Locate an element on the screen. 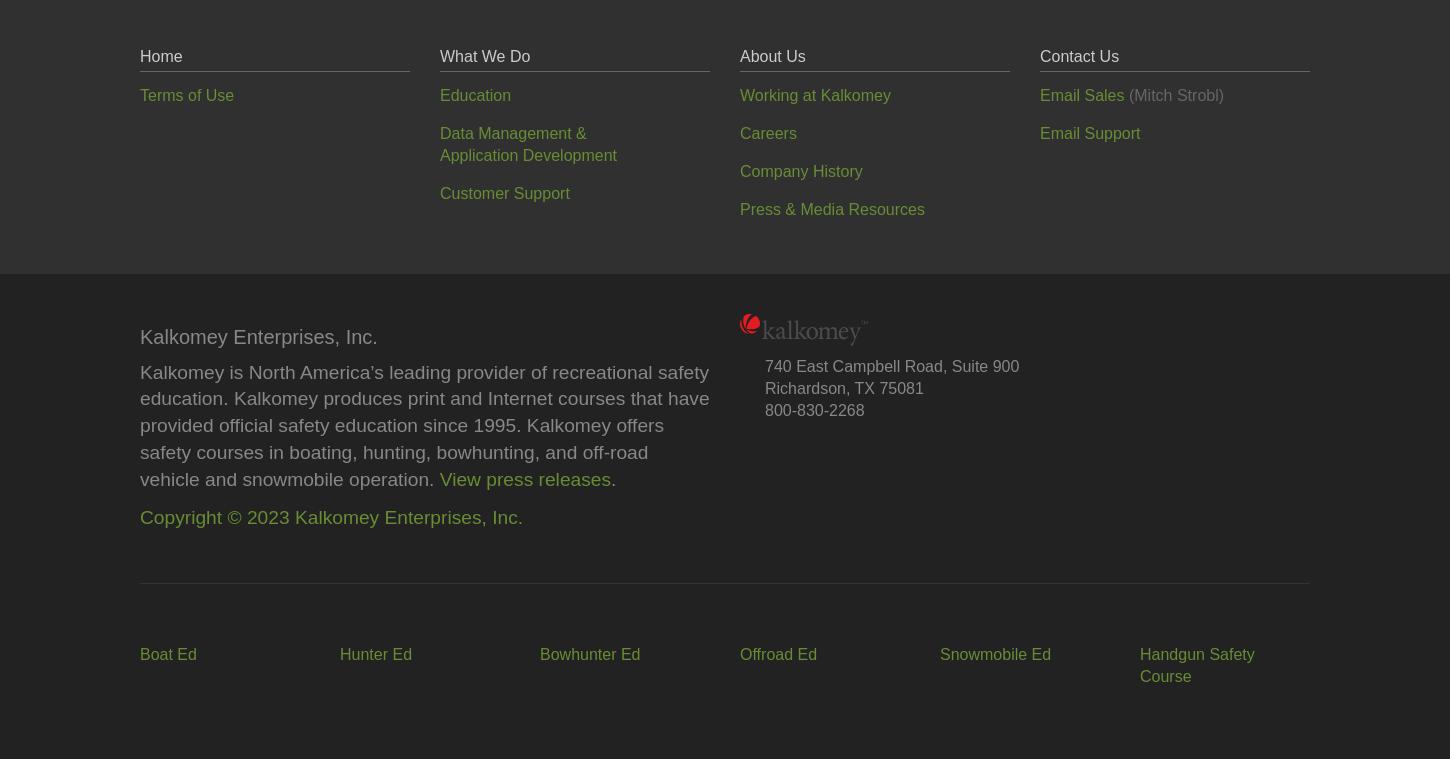  'Email Support' is located at coordinates (1039, 132).